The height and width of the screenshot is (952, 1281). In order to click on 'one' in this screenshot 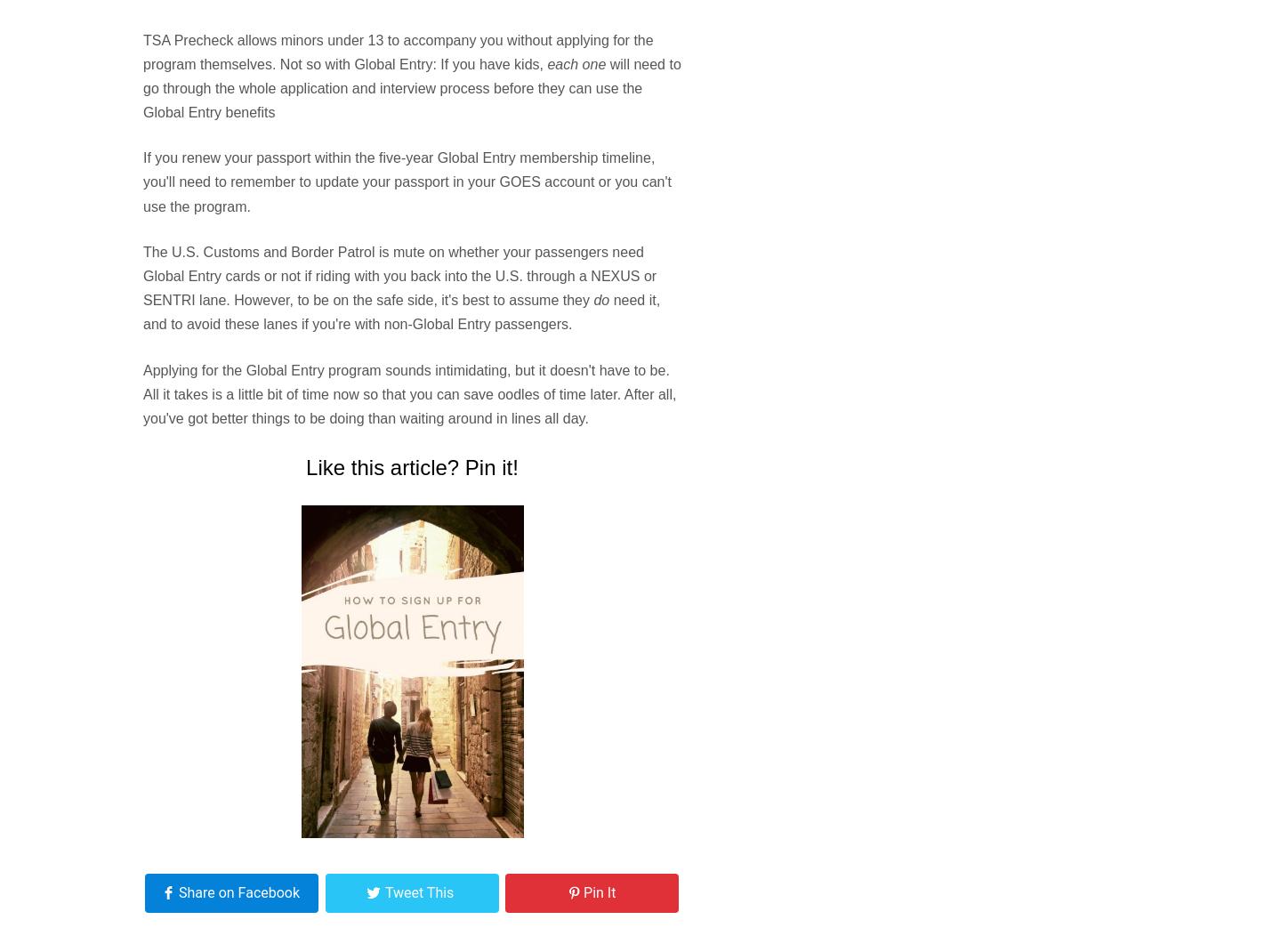, I will do `click(593, 62)`.